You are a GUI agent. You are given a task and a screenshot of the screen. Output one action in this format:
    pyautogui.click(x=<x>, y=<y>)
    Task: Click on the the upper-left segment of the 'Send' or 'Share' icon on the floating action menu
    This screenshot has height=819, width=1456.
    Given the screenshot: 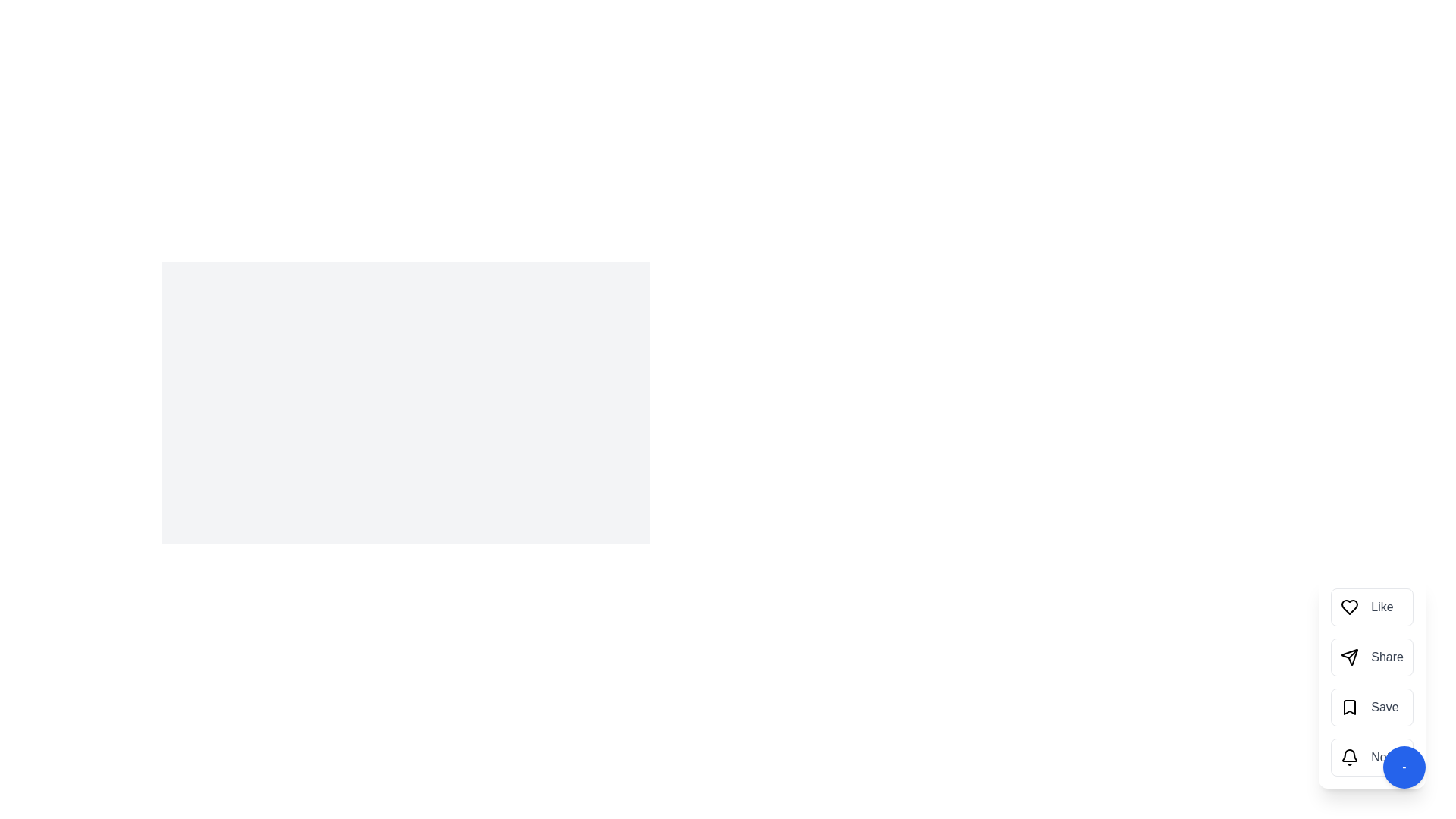 What is the action you would take?
    pyautogui.click(x=1350, y=656)
    